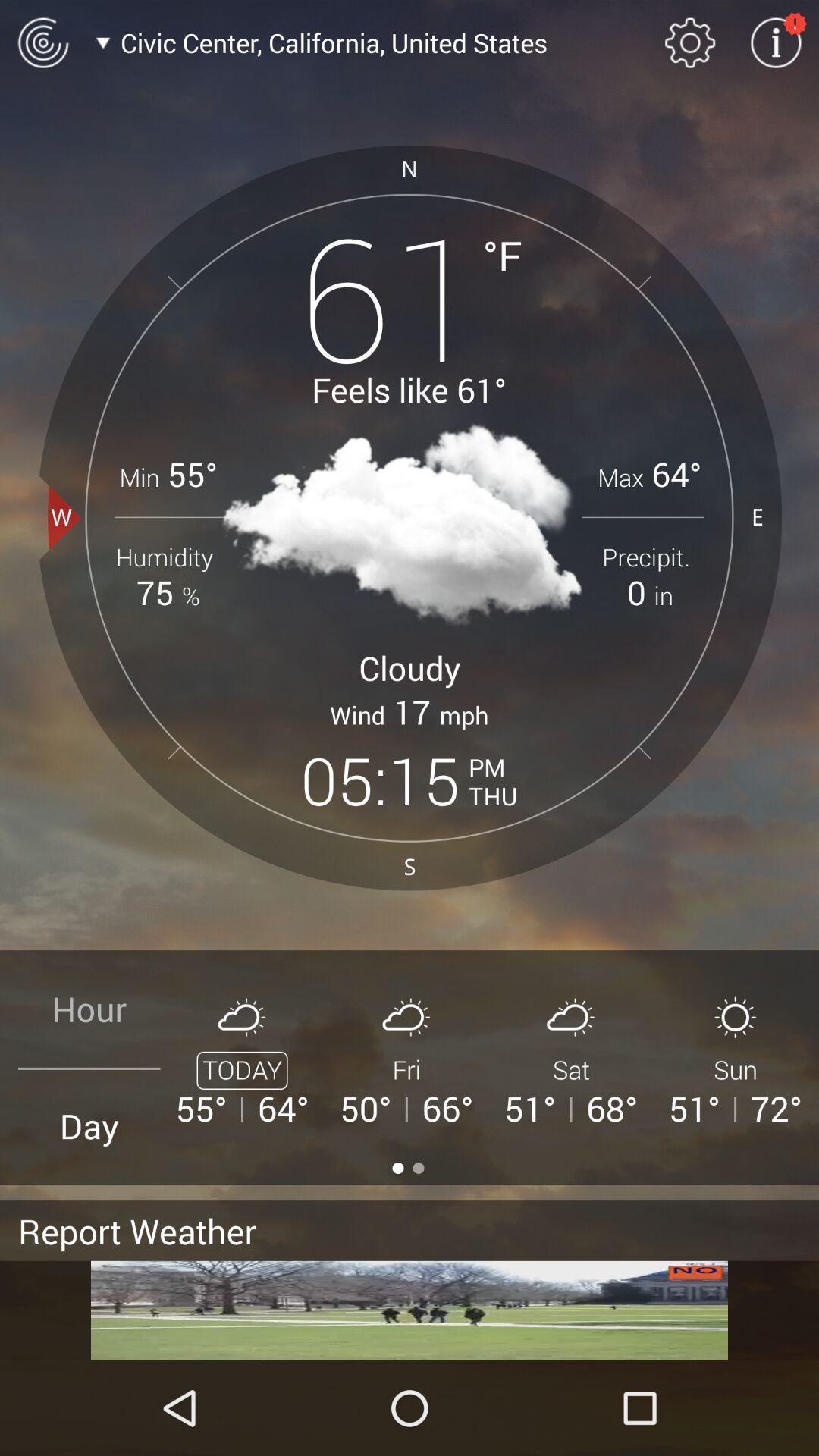 Image resolution: width=819 pixels, height=1456 pixels. What do you see at coordinates (776, 42) in the screenshot?
I see `settings` at bounding box center [776, 42].